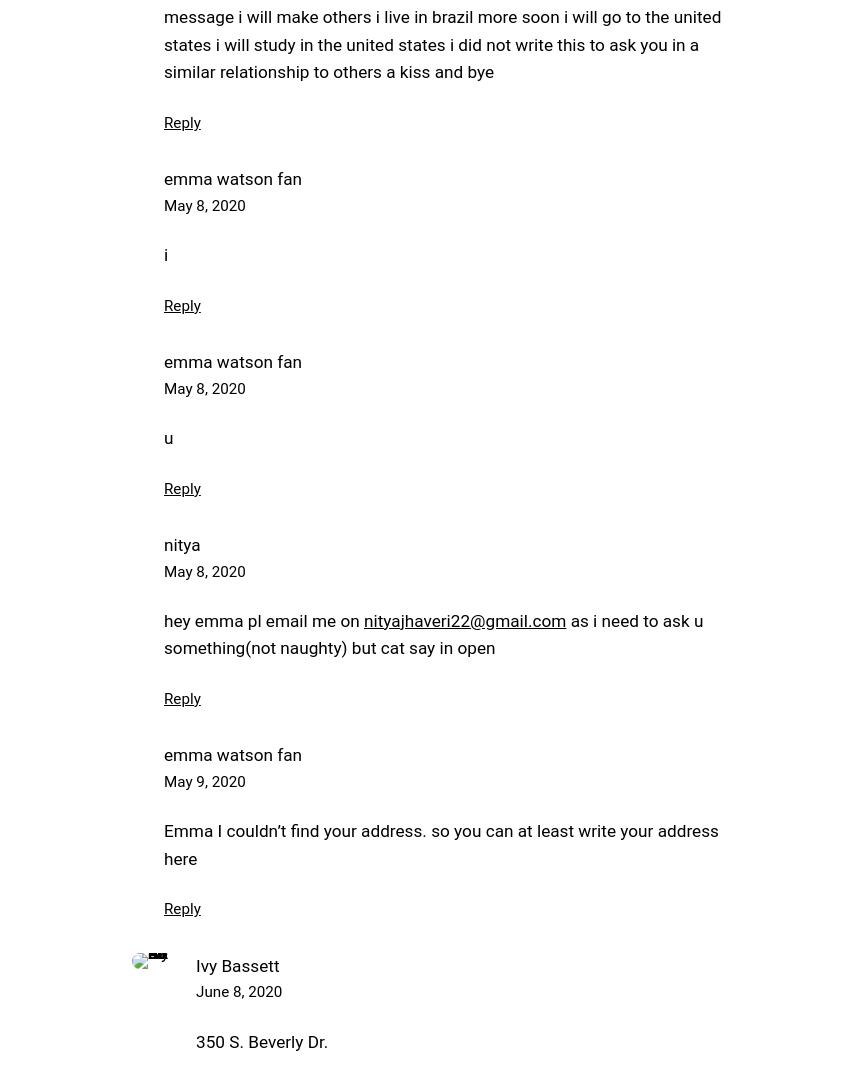  I want to click on 'Emma I couldn’t find your address. so you can at least write your address here', so click(163, 844).